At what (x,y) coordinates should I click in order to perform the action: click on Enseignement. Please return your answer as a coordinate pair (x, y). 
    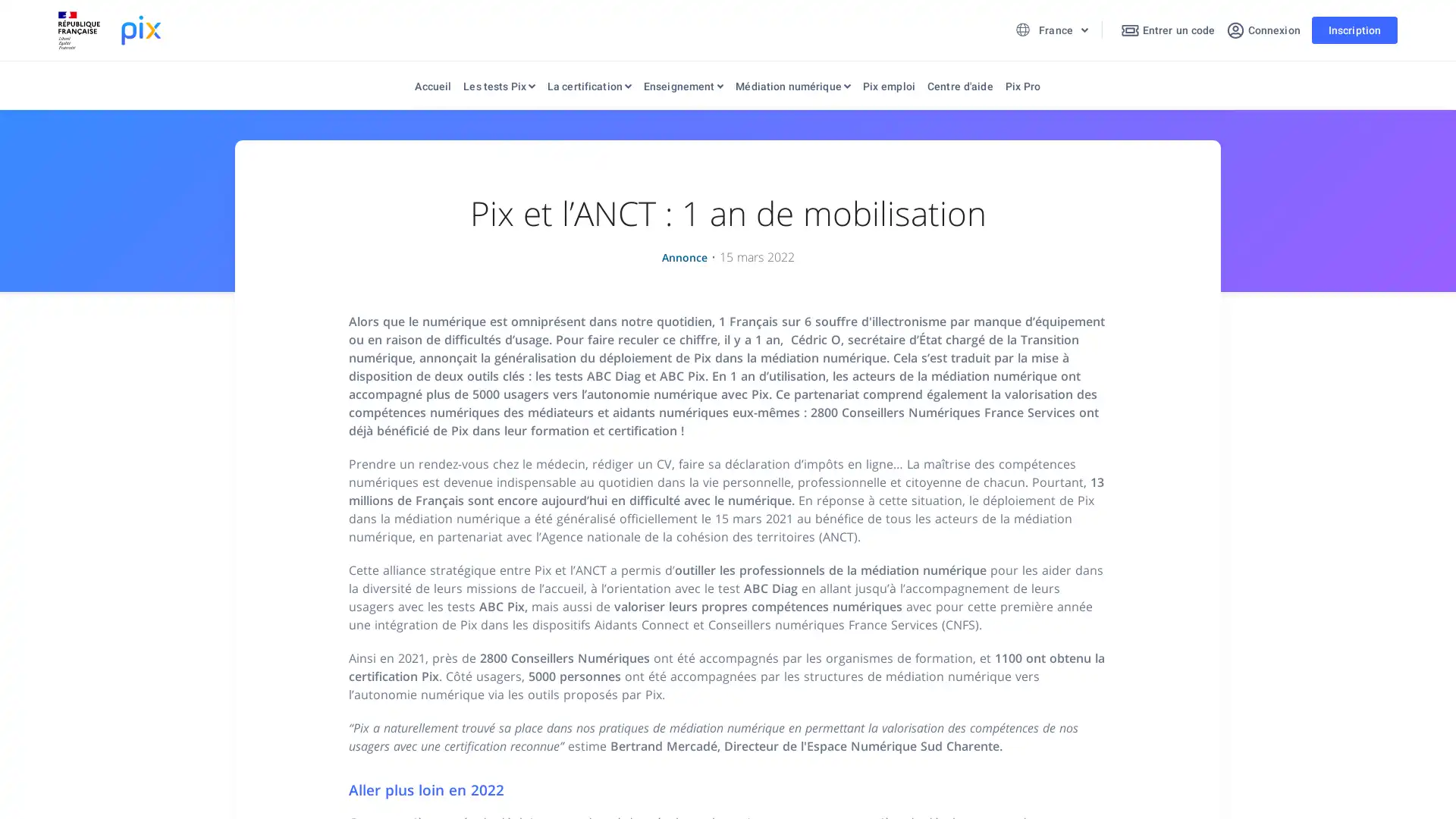
    Looking at the image, I should click on (682, 89).